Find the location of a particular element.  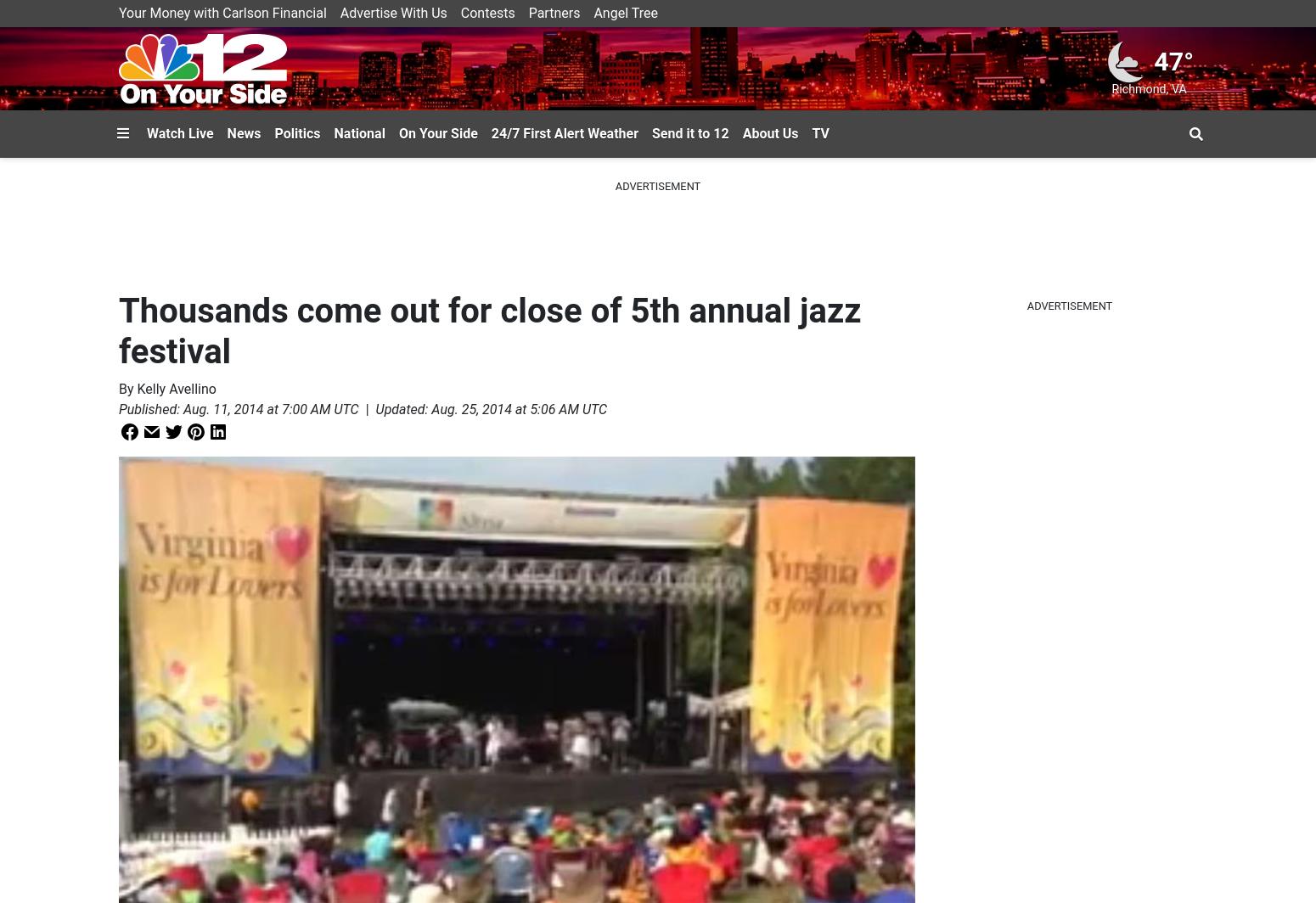

'Published' is located at coordinates (147, 409).